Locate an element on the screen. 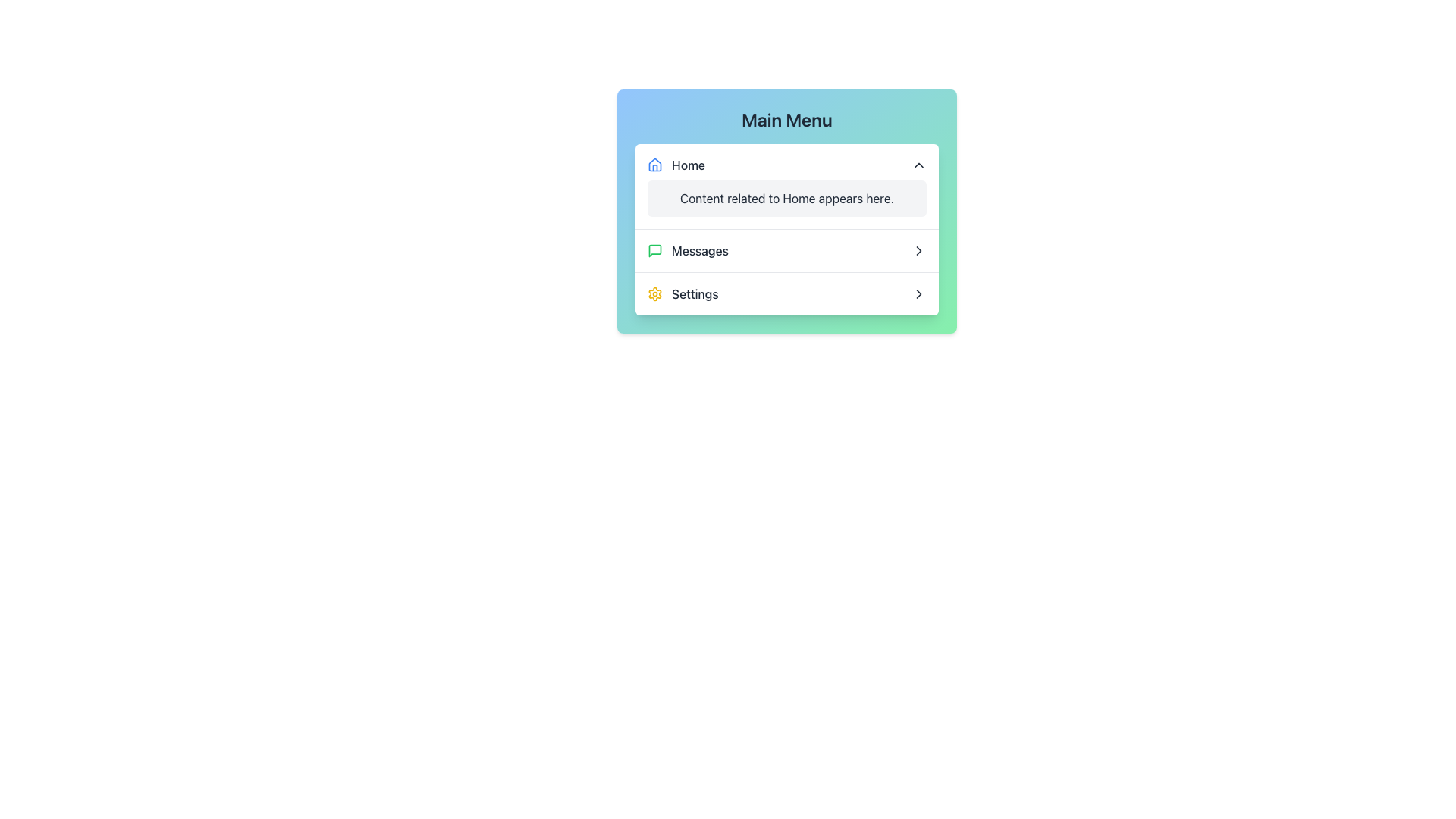 This screenshot has width=1456, height=819. the static text label that describes the purpose of the associated menu item related is located at coordinates (694, 294).